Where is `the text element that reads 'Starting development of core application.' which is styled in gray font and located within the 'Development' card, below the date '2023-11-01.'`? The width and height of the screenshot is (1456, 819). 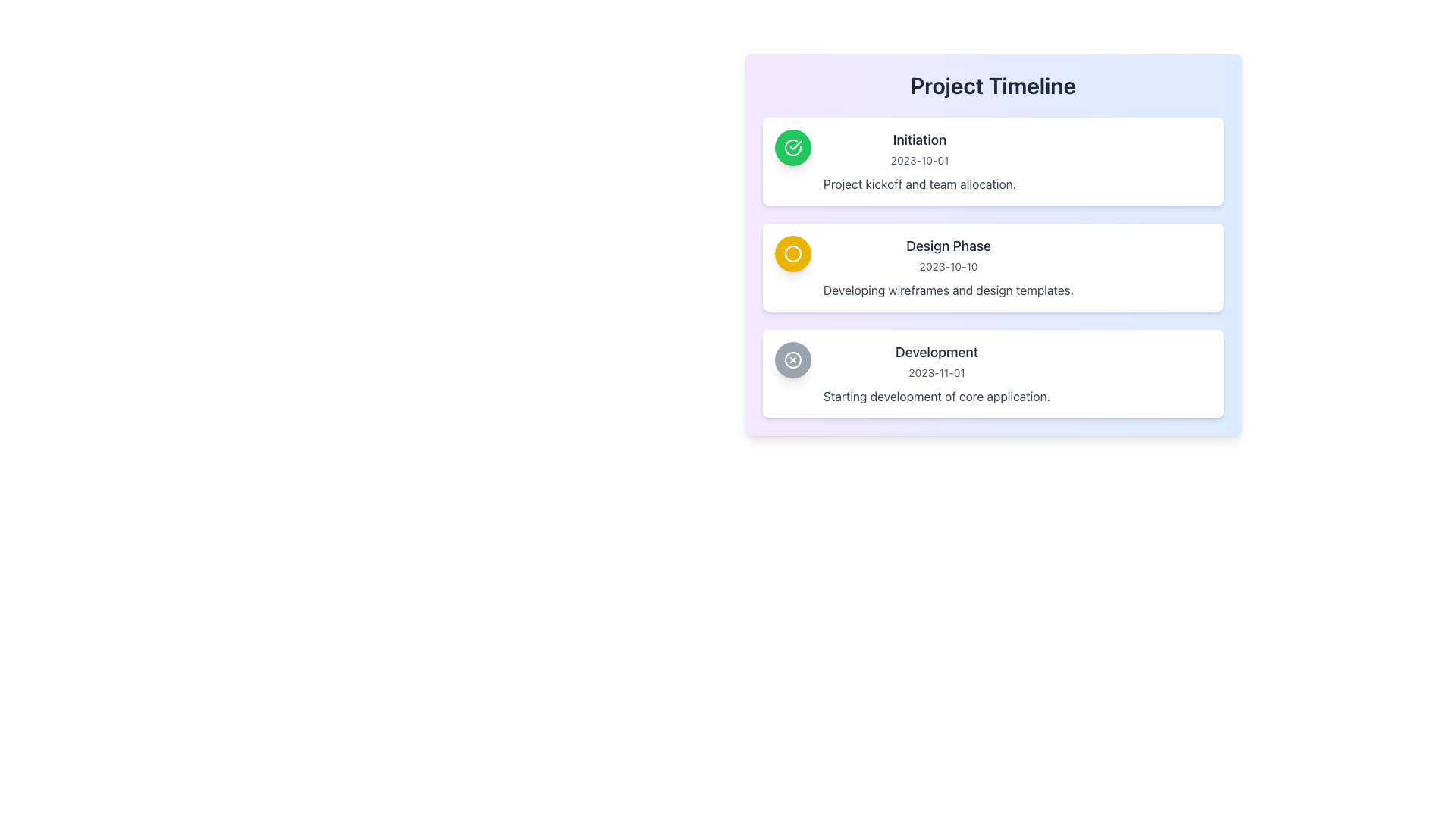 the text element that reads 'Starting development of core application.' which is styled in gray font and located within the 'Development' card, below the date '2023-11-01.' is located at coordinates (936, 396).